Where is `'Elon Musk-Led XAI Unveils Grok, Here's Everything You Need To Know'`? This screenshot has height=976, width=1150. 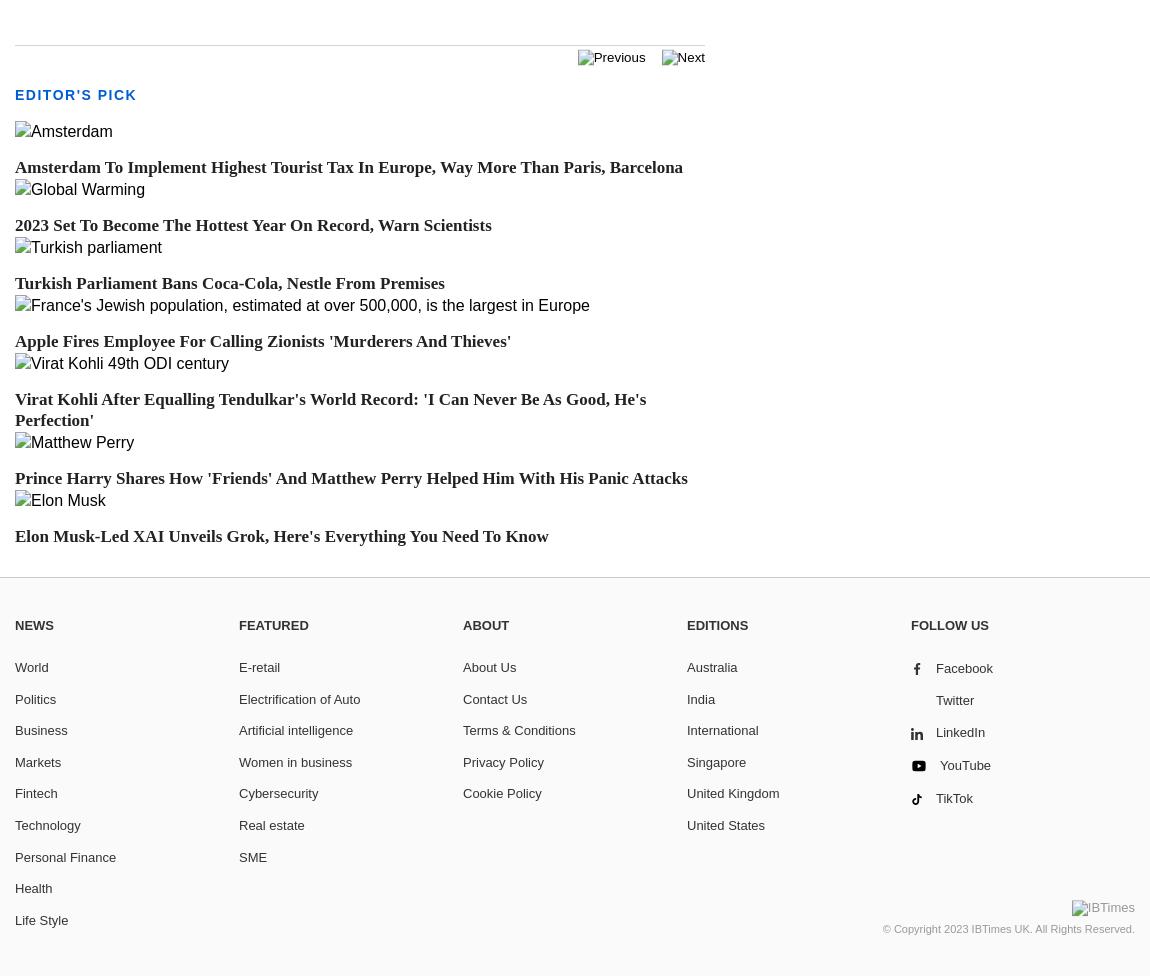
'Elon Musk-Led XAI Unveils Grok, Here's Everything You Need To Know' is located at coordinates (13, 535).